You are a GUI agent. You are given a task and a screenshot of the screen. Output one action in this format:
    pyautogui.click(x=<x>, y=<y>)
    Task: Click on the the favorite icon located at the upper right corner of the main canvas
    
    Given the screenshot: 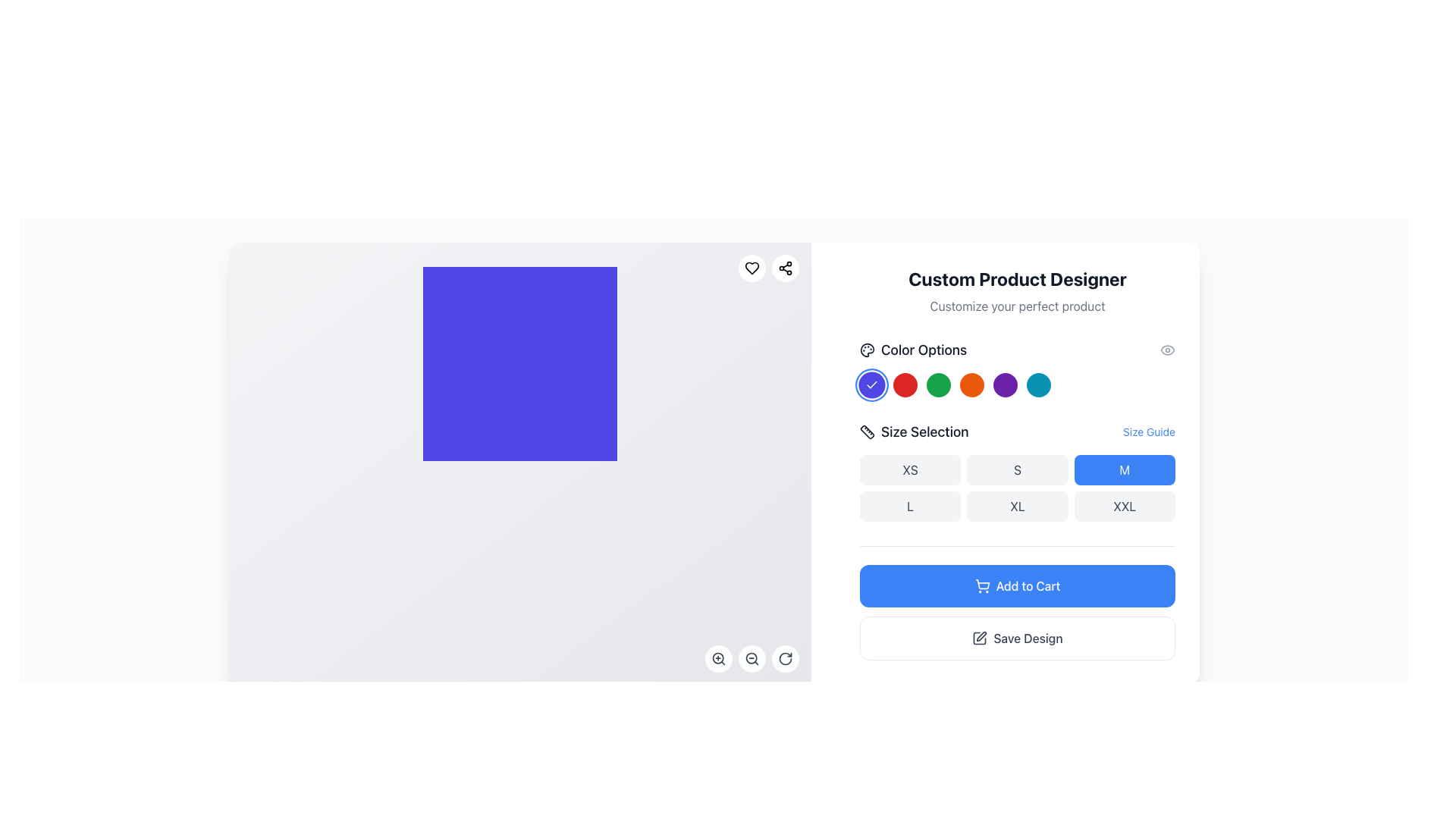 What is the action you would take?
    pyautogui.click(x=752, y=268)
    